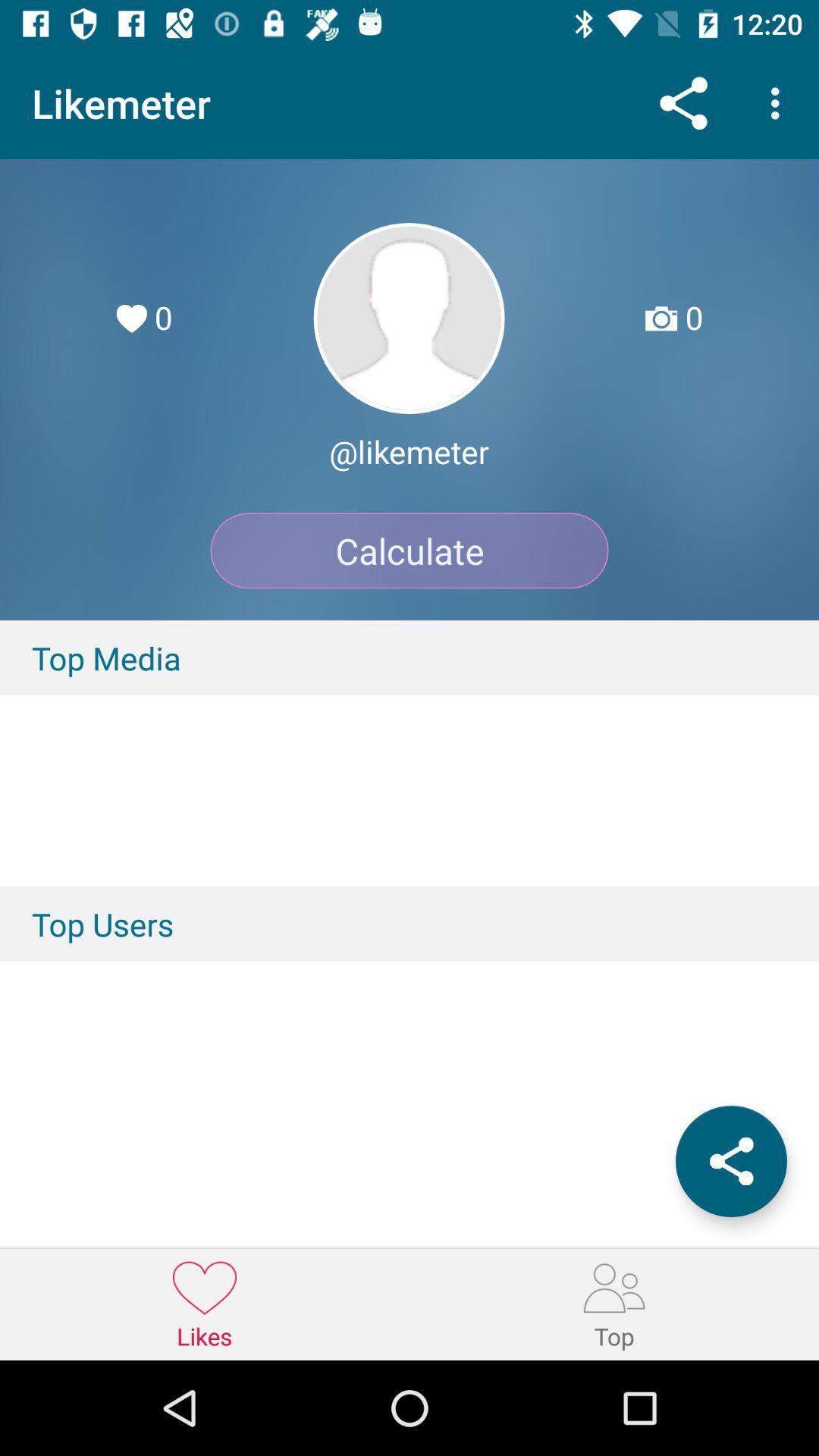  I want to click on item above top media, so click(409, 550).